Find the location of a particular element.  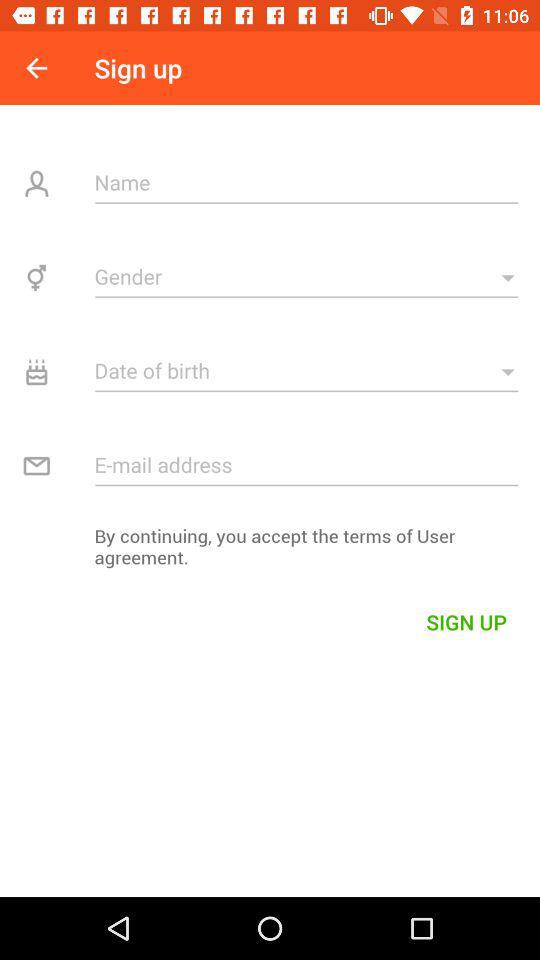

by continuing you is located at coordinates (270, 551).